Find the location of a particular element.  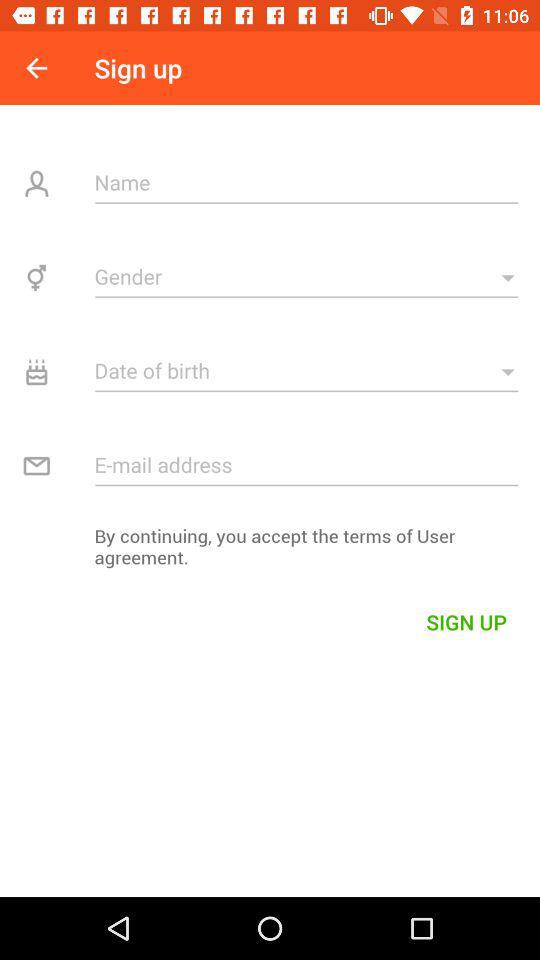

by continuing you is located at coordinates (270, 551).